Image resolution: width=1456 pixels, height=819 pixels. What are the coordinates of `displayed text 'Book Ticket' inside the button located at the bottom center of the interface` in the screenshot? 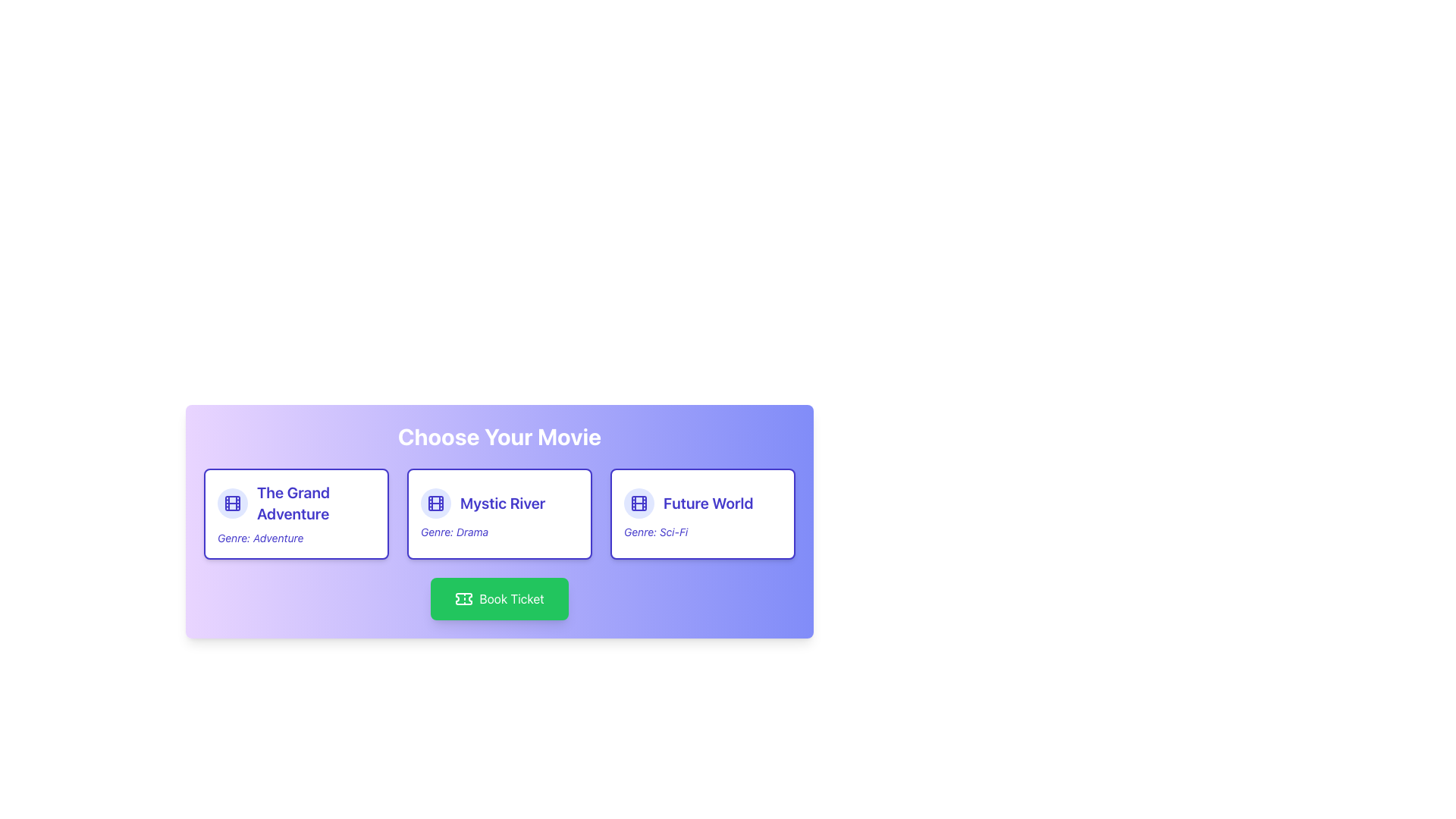 It's located at (512, 598).